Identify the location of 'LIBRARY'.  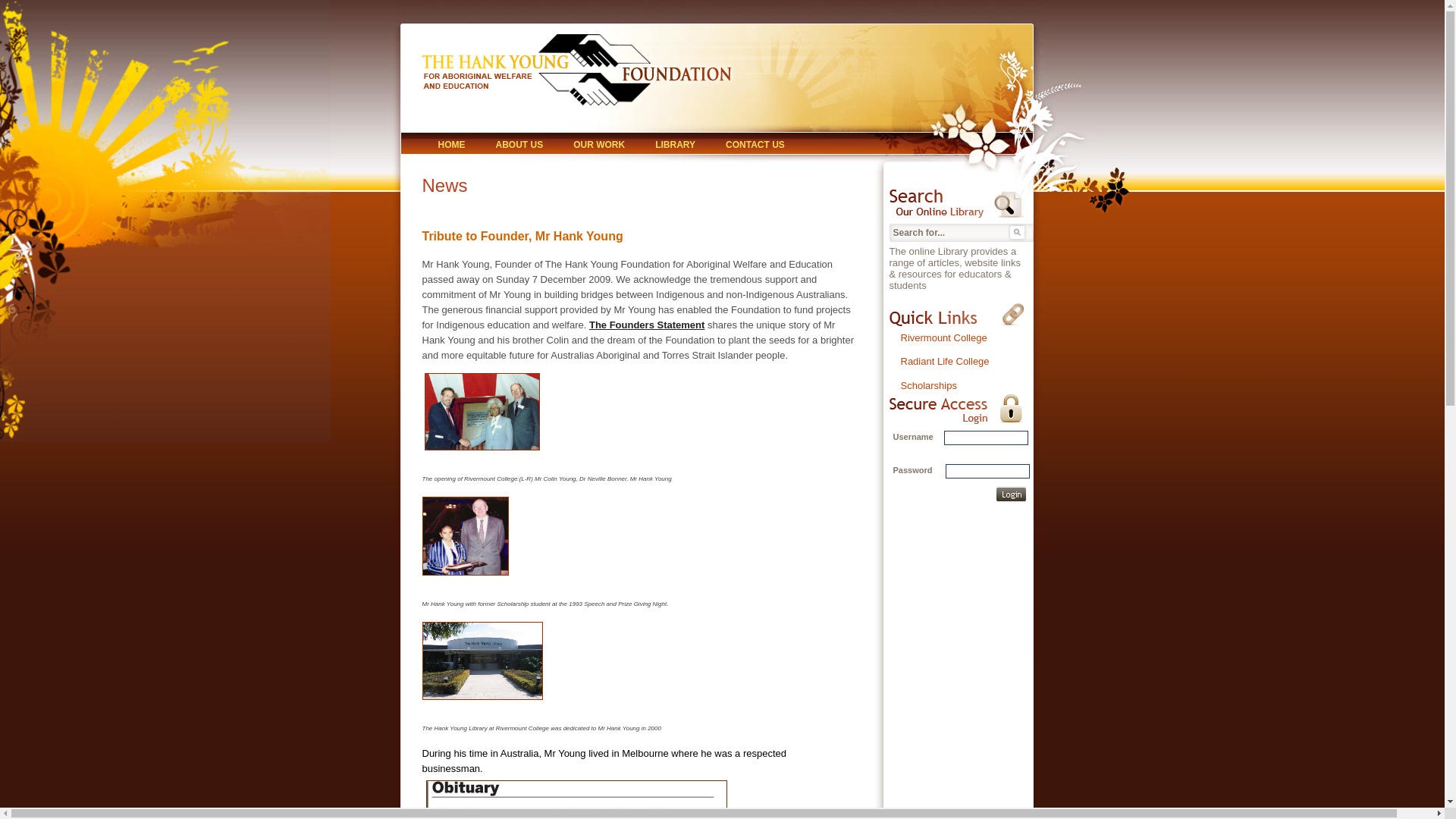
(674, 145).